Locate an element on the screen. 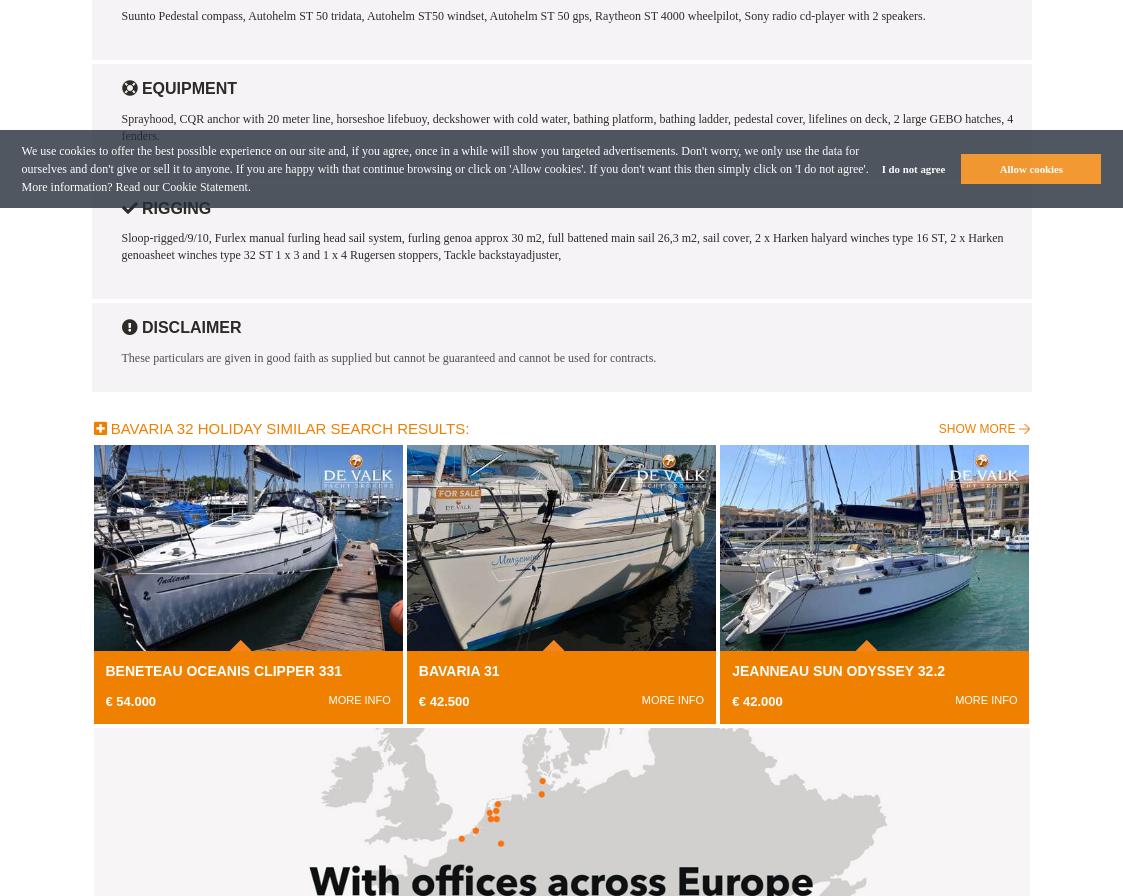 The width and height of the screenshot is (1123, 896). 'We use cookies to offer the best possible experience on our site and, if you agree, once in a while will show you targeted advertisements. Don't worry, we only use the data for ourselves and don't give or sell it to anyone. If you are happy with that continue browsing or click on 'Allow cookies'. If you don't want this then simply click on 'I do not agree'. More information? Read our' is located at coordinates (443, 168).